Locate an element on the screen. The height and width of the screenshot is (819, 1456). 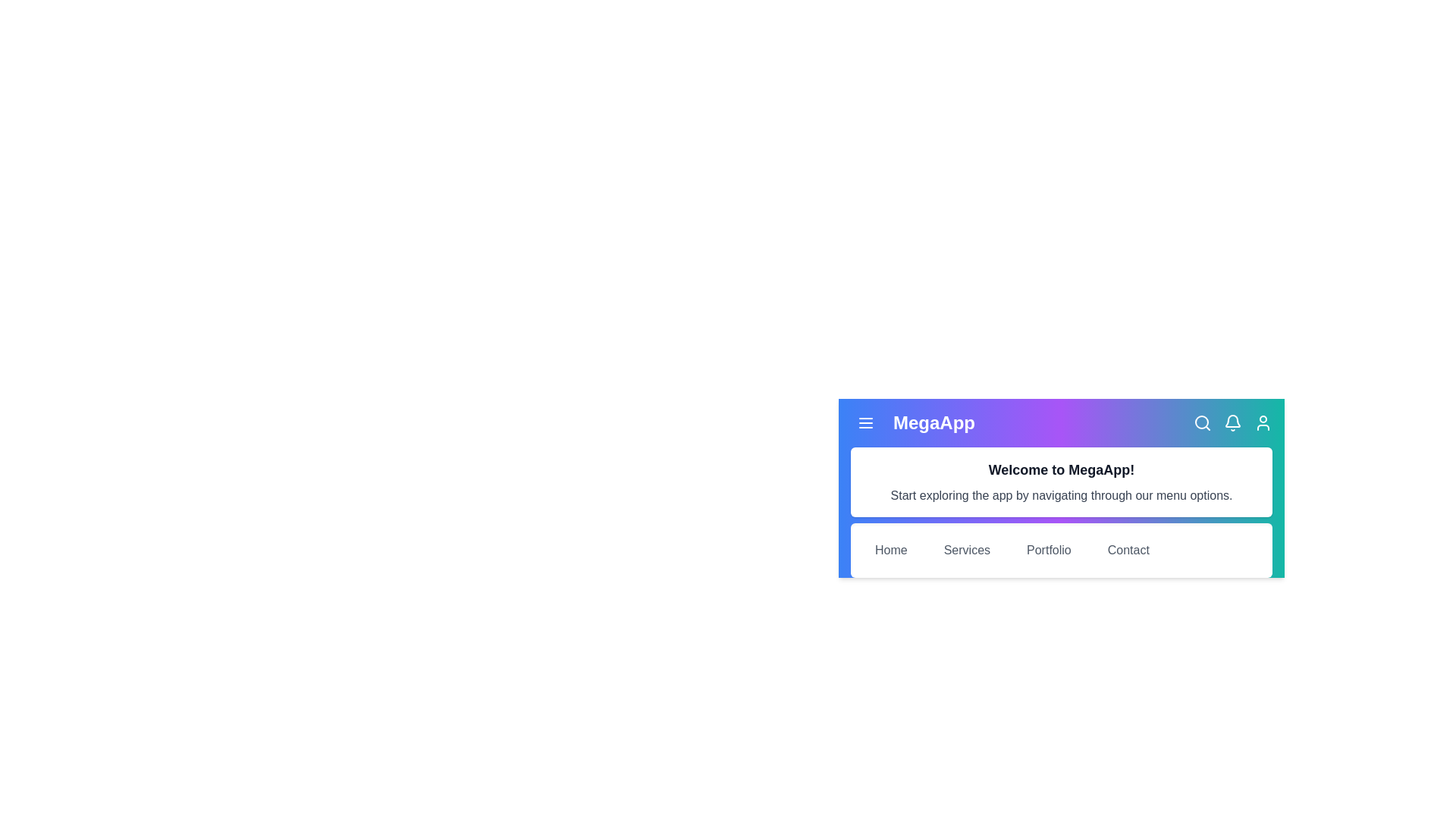
the navigation link Portfolio is located at coordinates (1047, 550).